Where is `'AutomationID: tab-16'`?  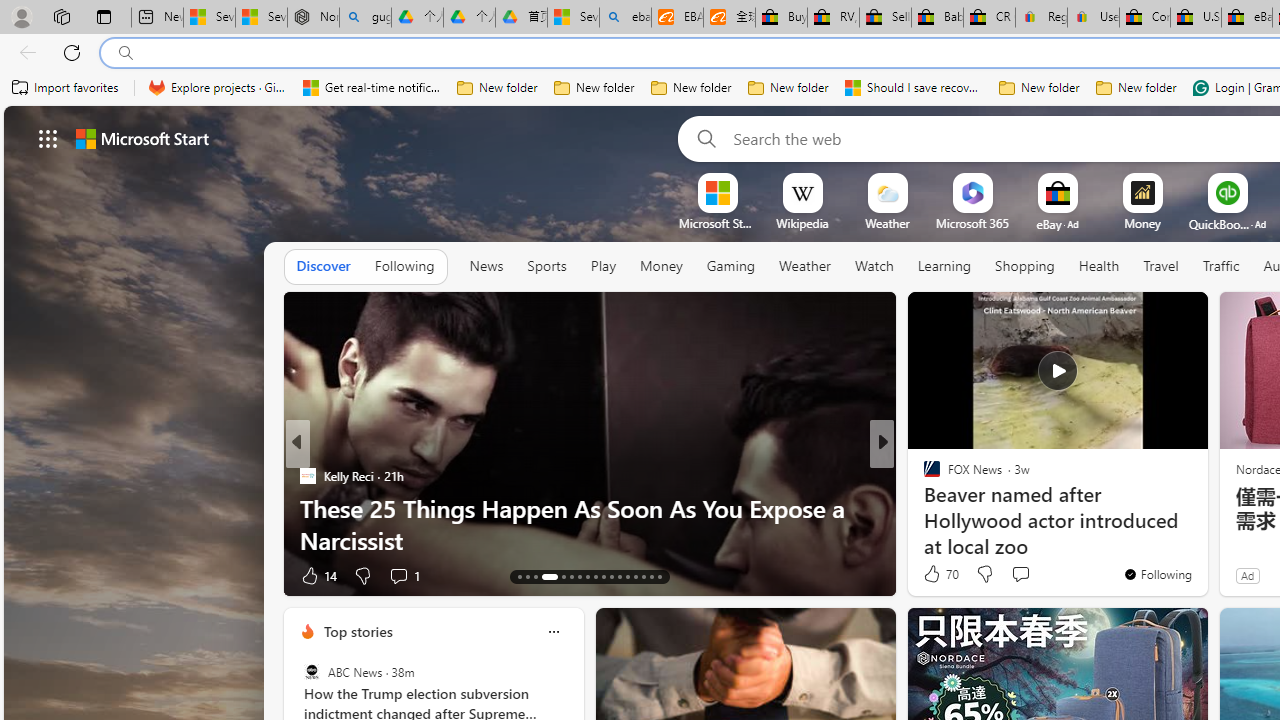
'AutomationID: tab-16' is located at coordinates (549, 577).